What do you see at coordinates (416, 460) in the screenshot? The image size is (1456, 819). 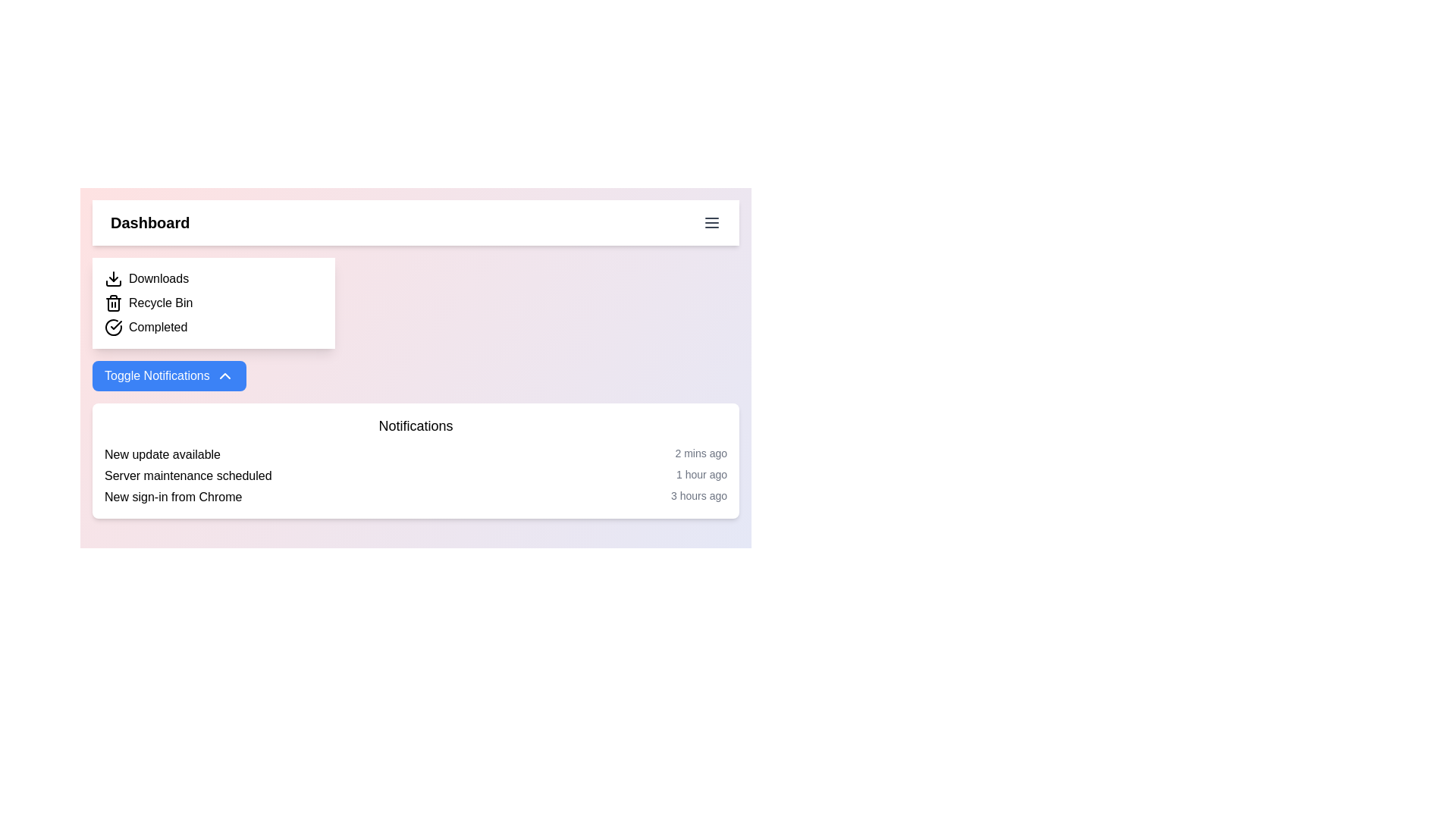 I see `individual notification items within the Notification panel, which is located below the 'Toggle Notifications' blue button and displays a list of notifications with the title 'Notifications'` at bounding box center [416, 460].